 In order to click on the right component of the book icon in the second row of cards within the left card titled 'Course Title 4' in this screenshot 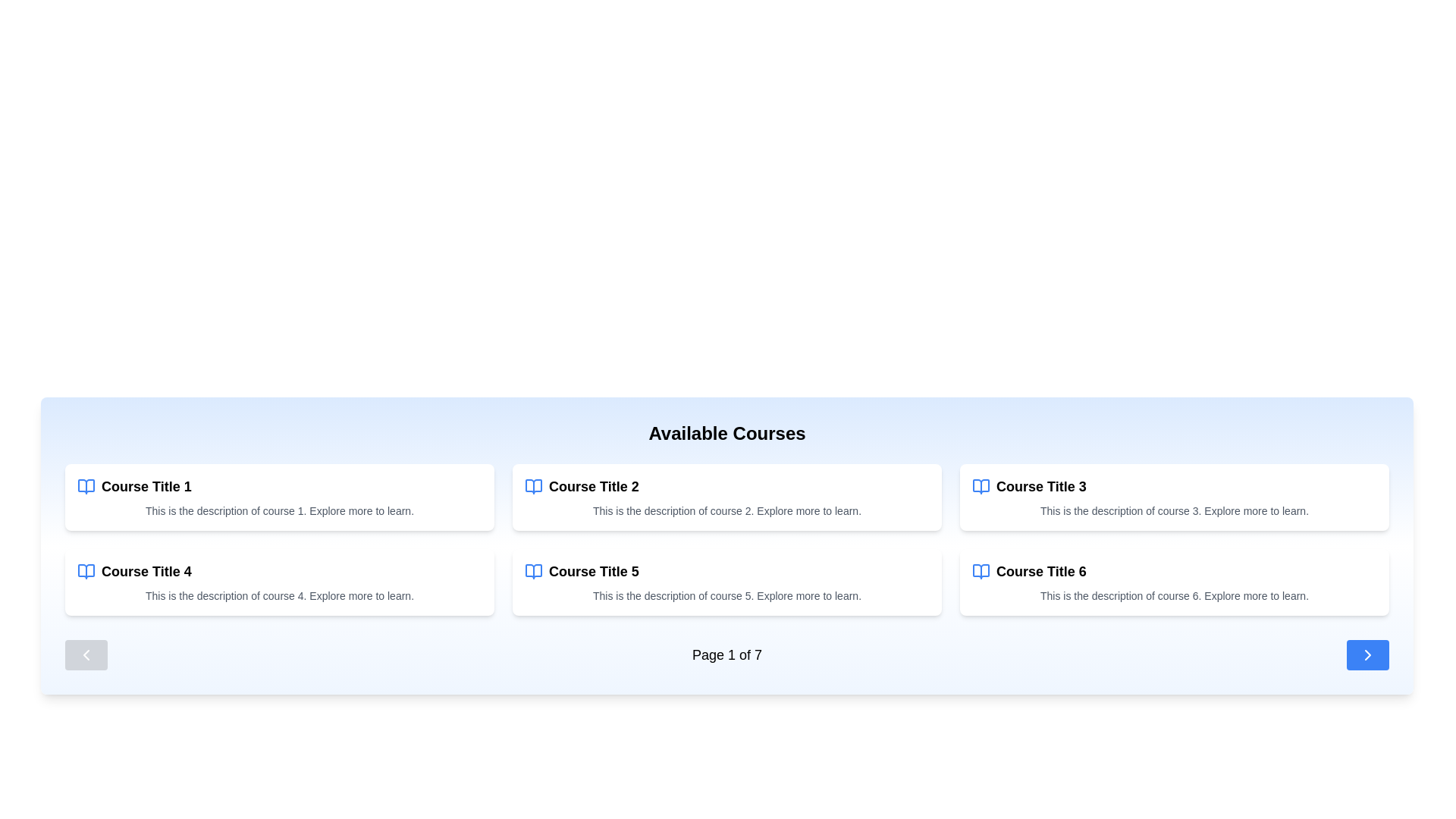, I will do `click(86, 571)`.